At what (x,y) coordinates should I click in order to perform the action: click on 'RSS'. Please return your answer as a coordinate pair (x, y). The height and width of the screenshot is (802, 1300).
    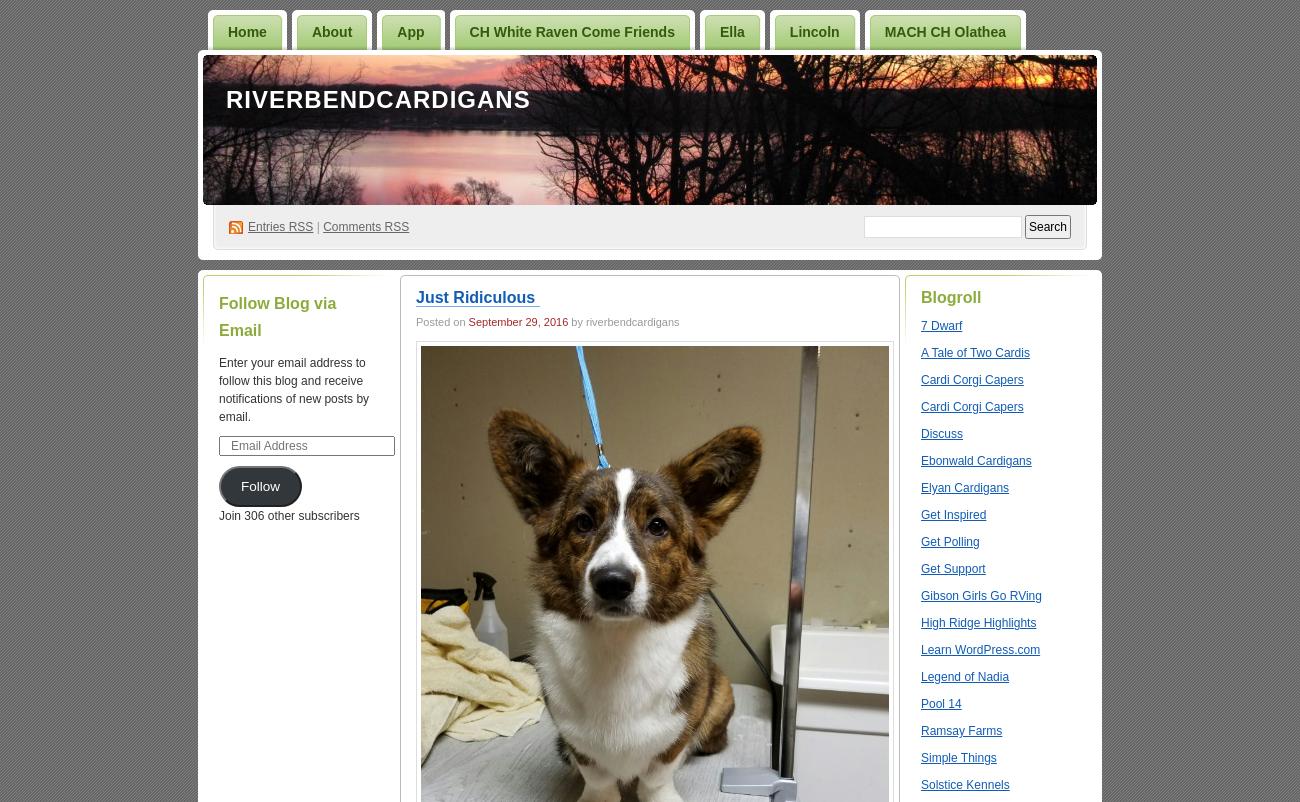
    Looking at the image, I should click on (300, 225).